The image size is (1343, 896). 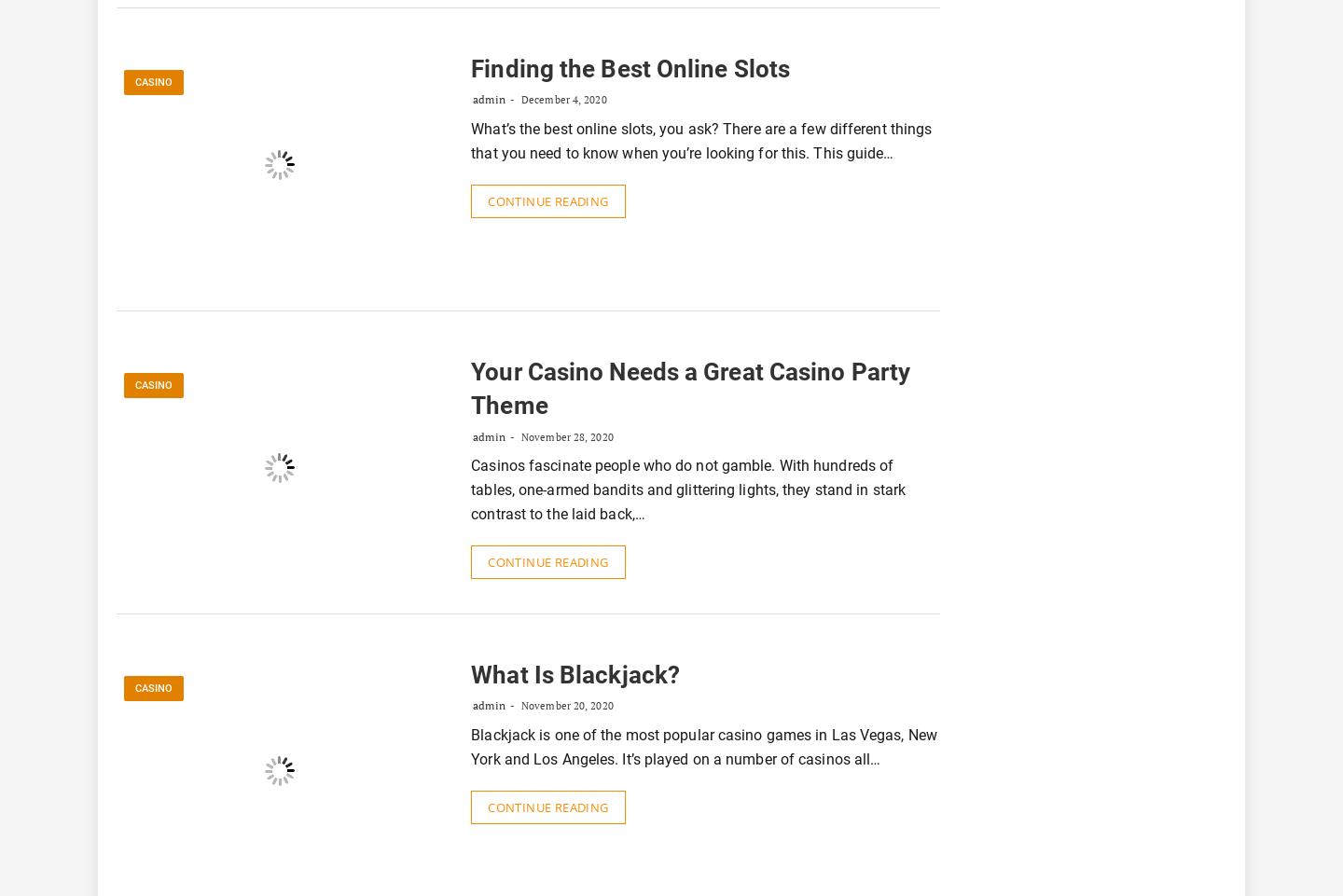 I want to click on 'Blackjack is one of the most popular casino games in Las Vegas, New York and Los Angeles. It’s played on a number of casinos all…', so click(x=702, y=745).